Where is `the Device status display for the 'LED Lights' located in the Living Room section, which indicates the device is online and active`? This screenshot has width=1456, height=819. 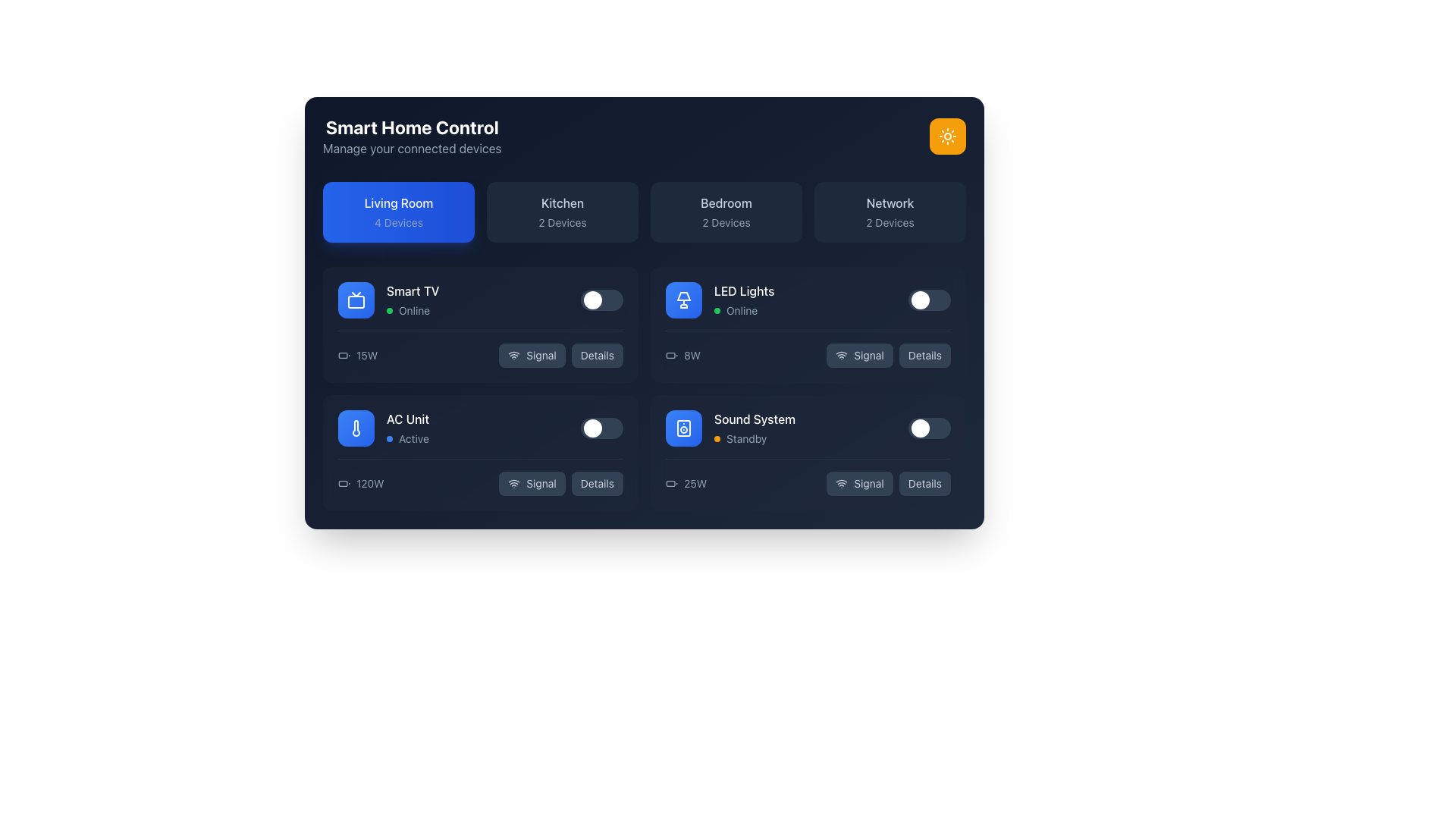 the Device status display for the 'LED Lights' located in the Living Room section, which indicates the device is online and active is located at coordinates (719, 300).